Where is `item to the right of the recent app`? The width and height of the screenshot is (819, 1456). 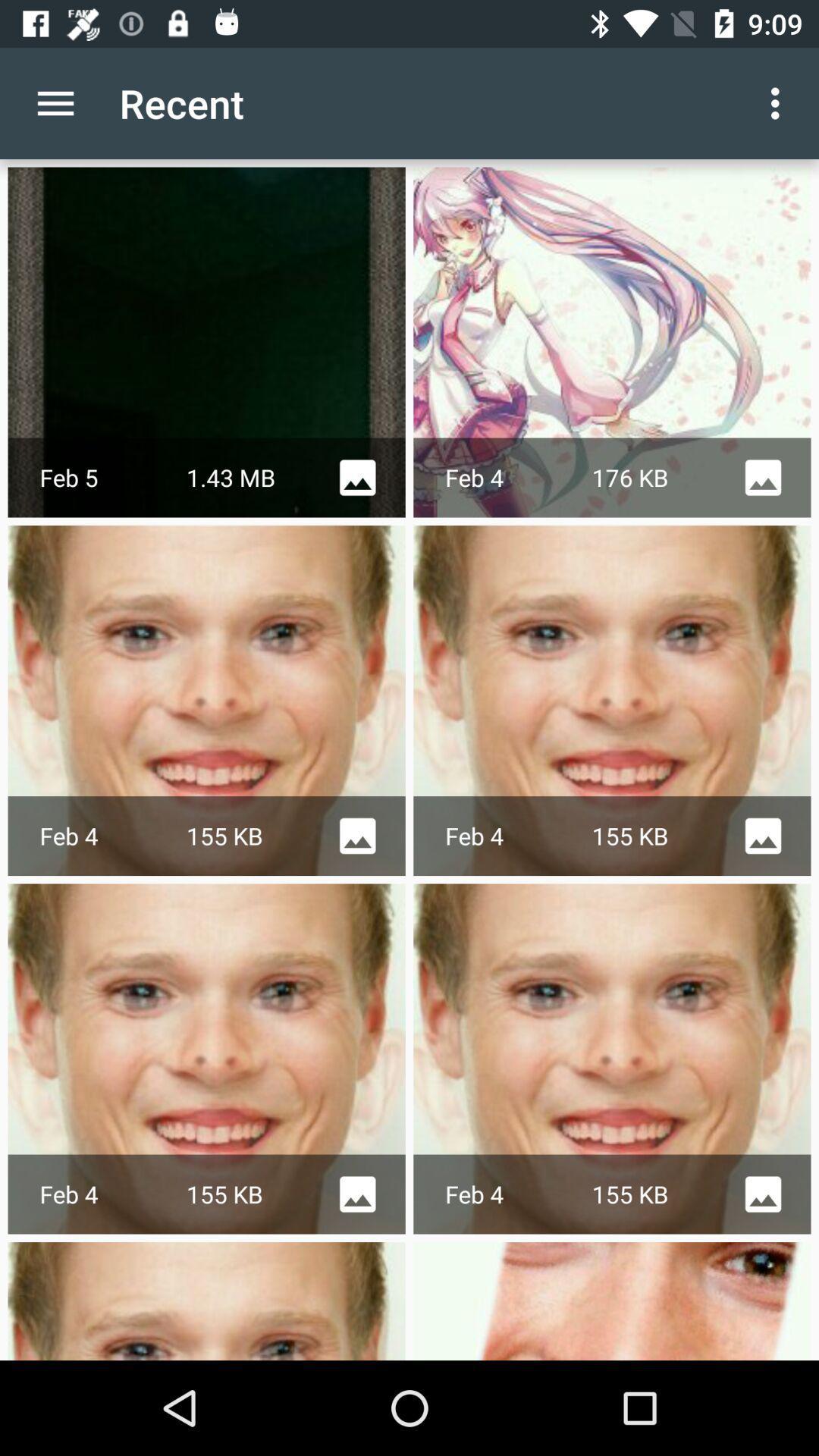 item to the right of the recent app is located at coordinates (779, 102).